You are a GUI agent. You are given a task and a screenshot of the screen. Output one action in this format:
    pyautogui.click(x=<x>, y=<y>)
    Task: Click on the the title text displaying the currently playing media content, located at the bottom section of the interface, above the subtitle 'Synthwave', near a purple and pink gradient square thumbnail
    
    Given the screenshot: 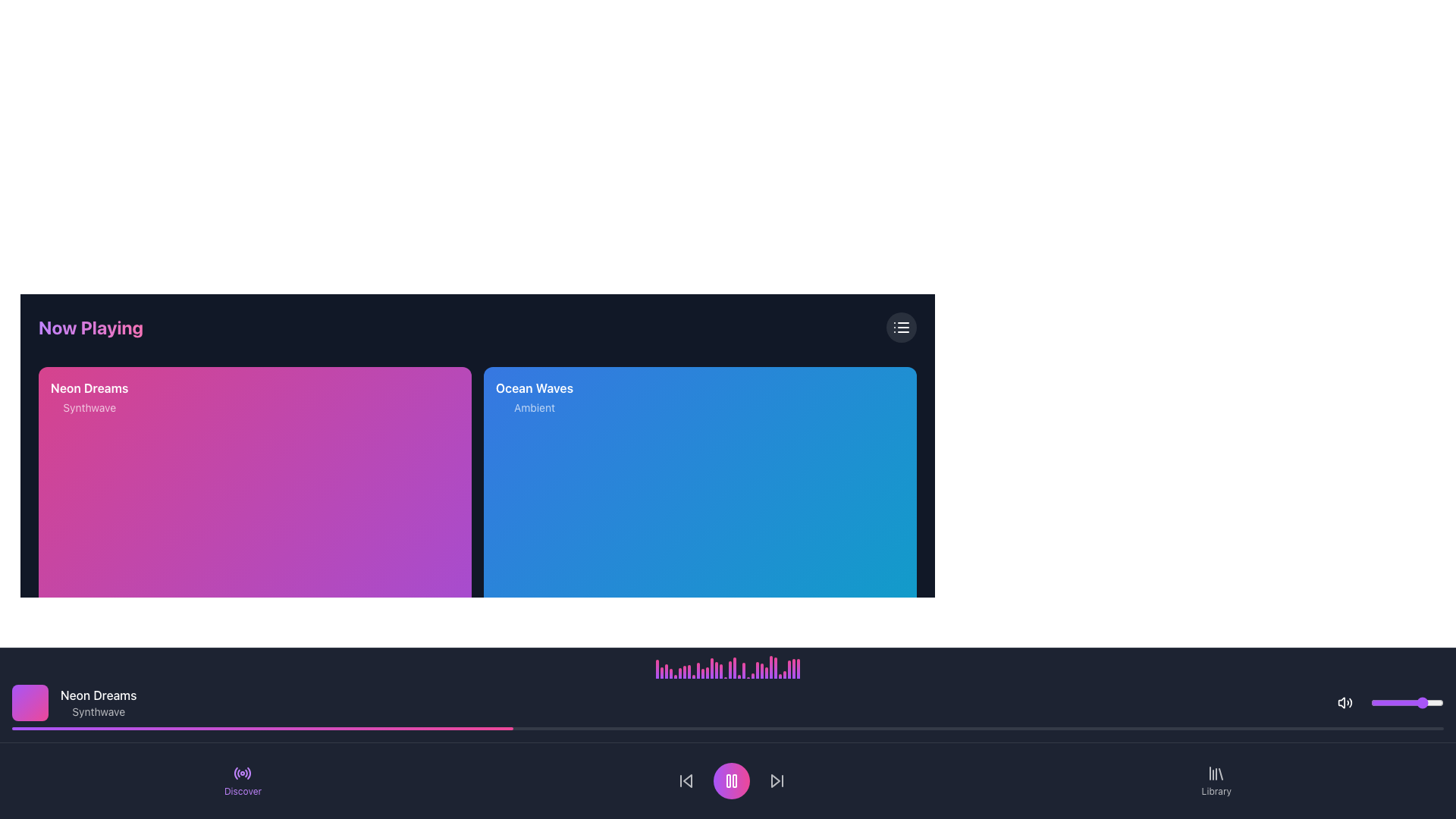 What is the action you would take?
    pyautogui.click(x=98, y=695)
    